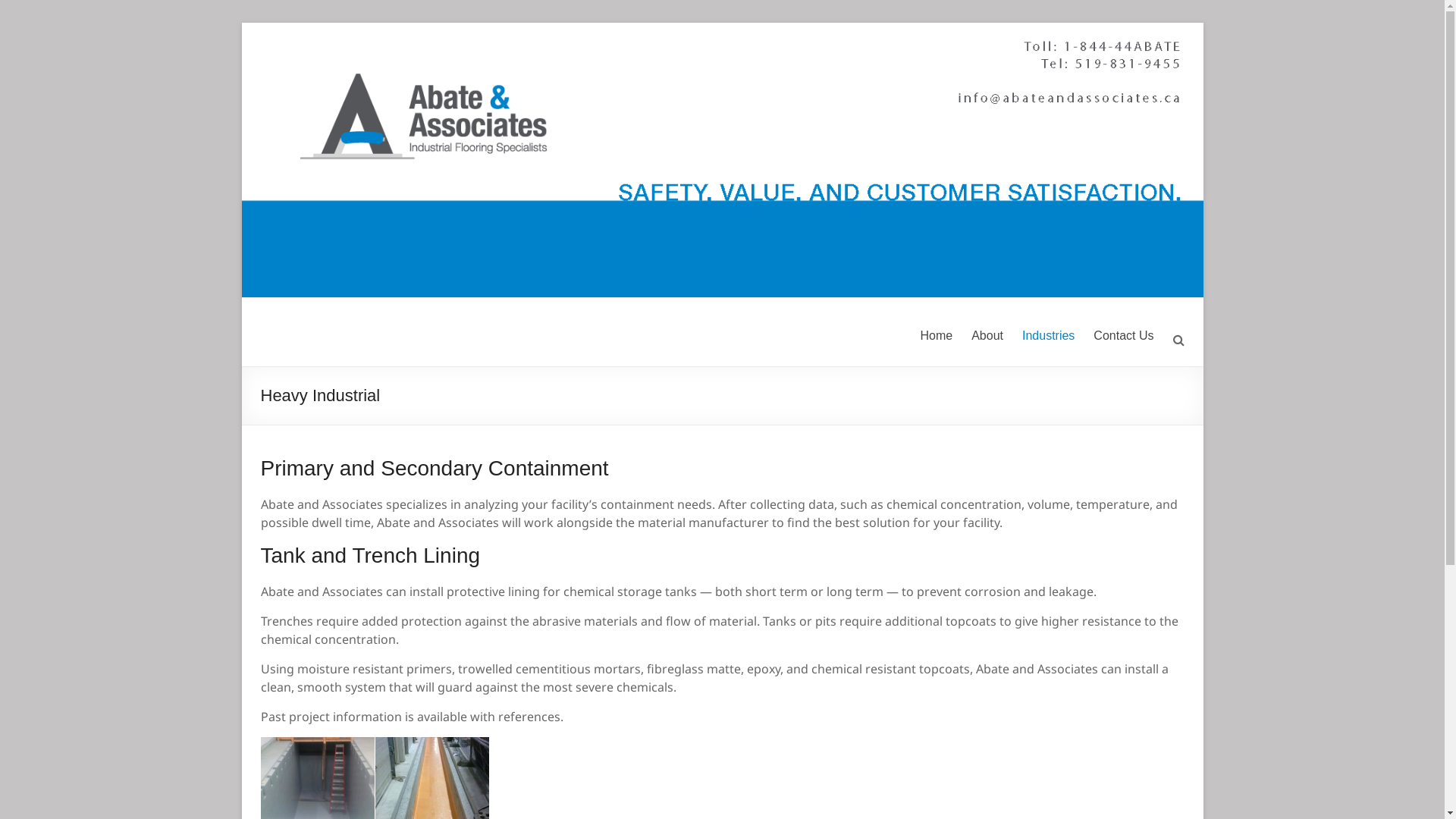 The height and width of the screenshot is (819, 1456). What do you see at coordinates (1047, 335) in the screenshot?
I see `'Industries'` at bounding box center [1047, 335].